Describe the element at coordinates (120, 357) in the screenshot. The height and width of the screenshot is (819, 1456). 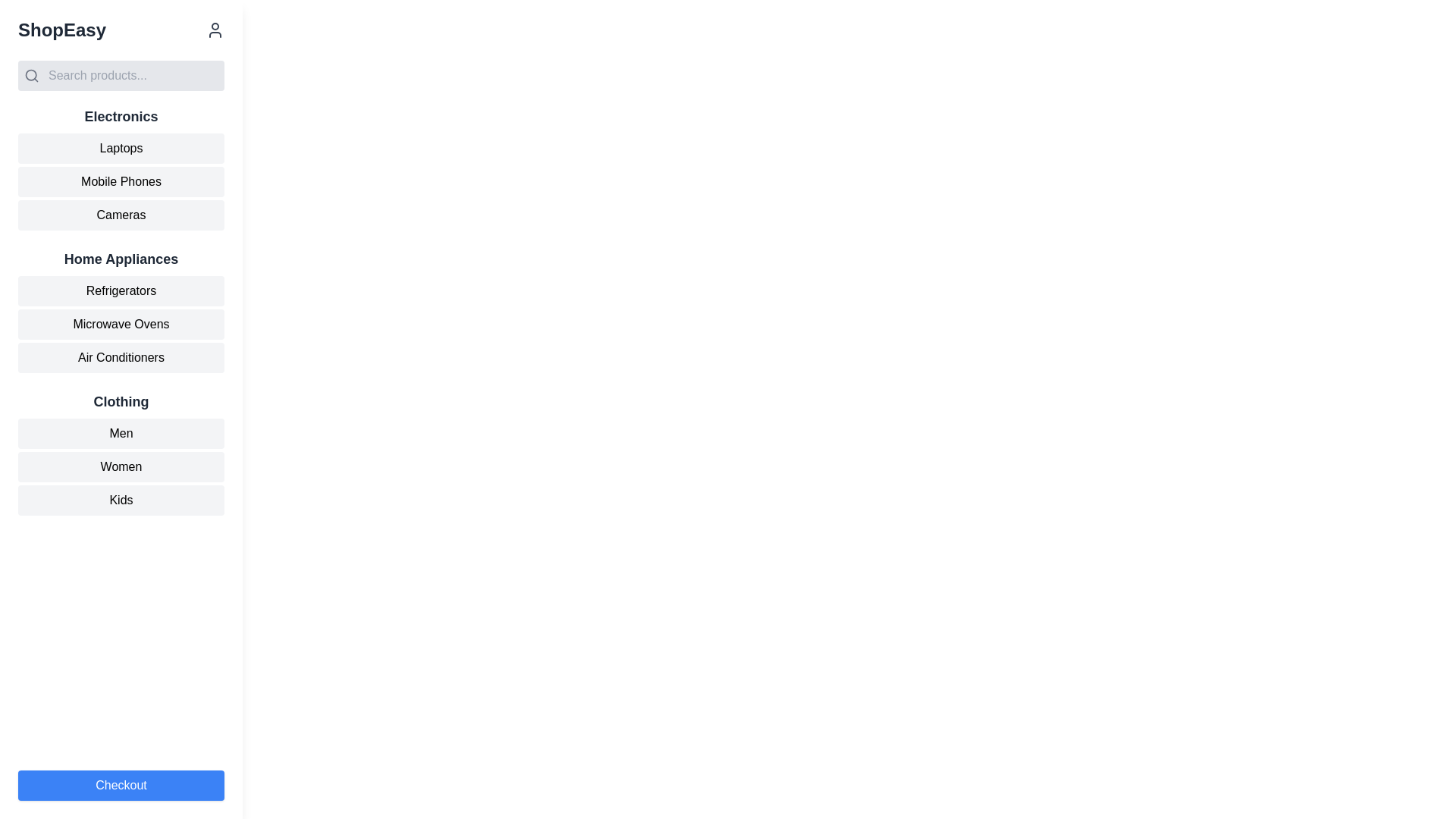
I see `the air conditioner menu item located under the 'Home Appliances' section, which is the third item in a vertical list, to trigger a visual response` at that location.